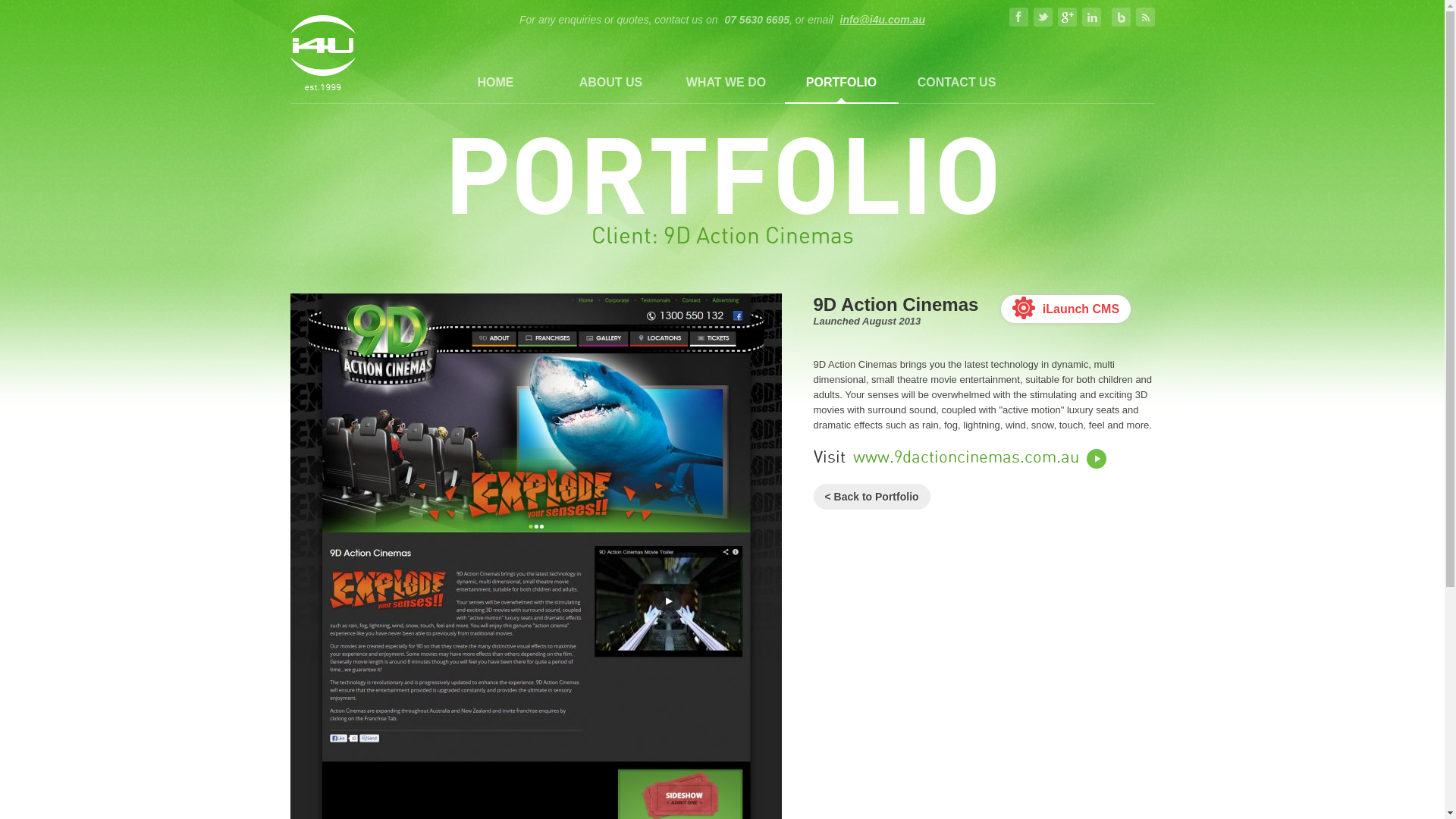 The width and height of the screenshot is (1456, 819). I want to click on 'PORTFOLIO', so click(839, 82).